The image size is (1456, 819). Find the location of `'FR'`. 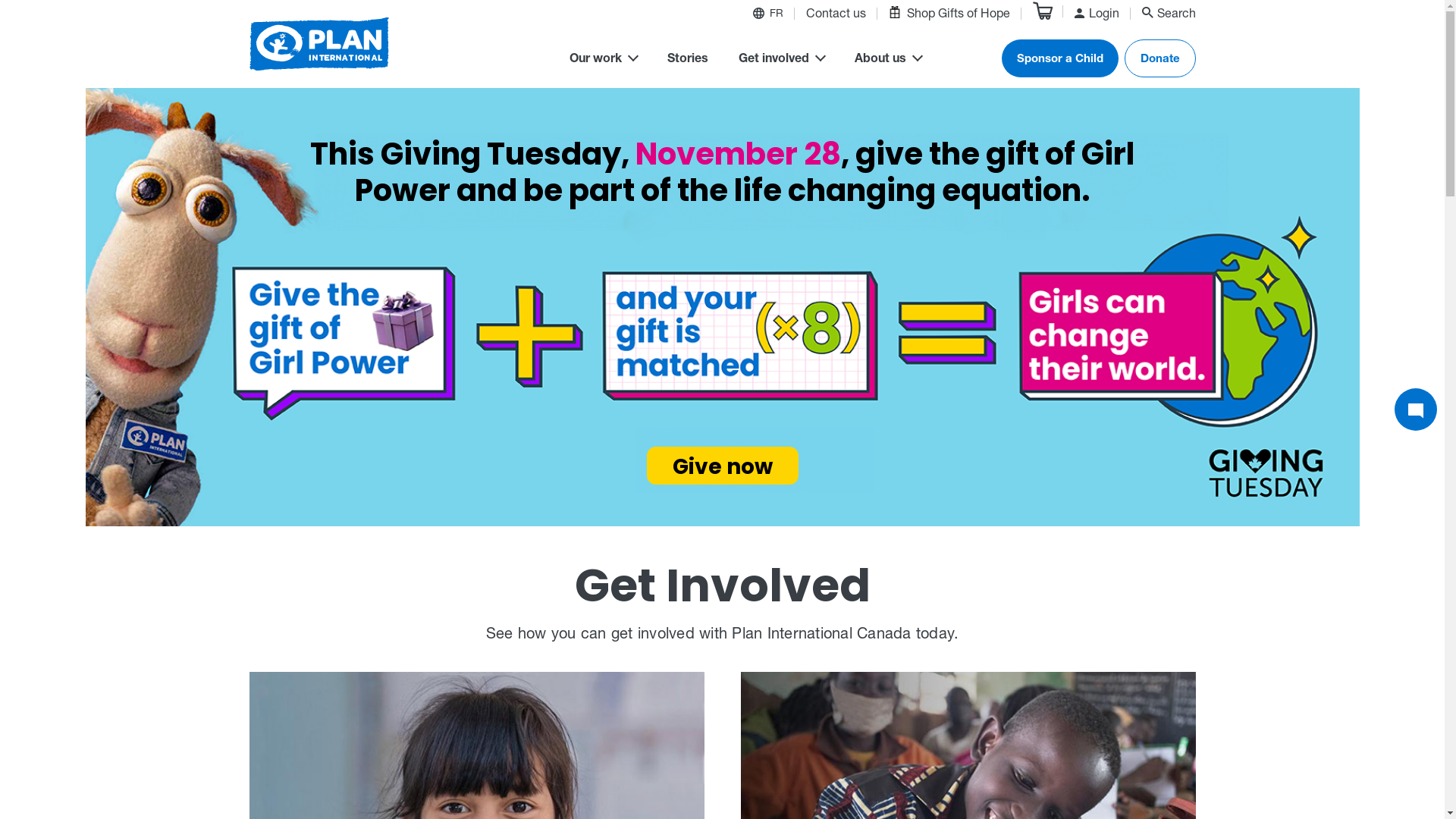

'FR' is located at coordinates (775, 15).